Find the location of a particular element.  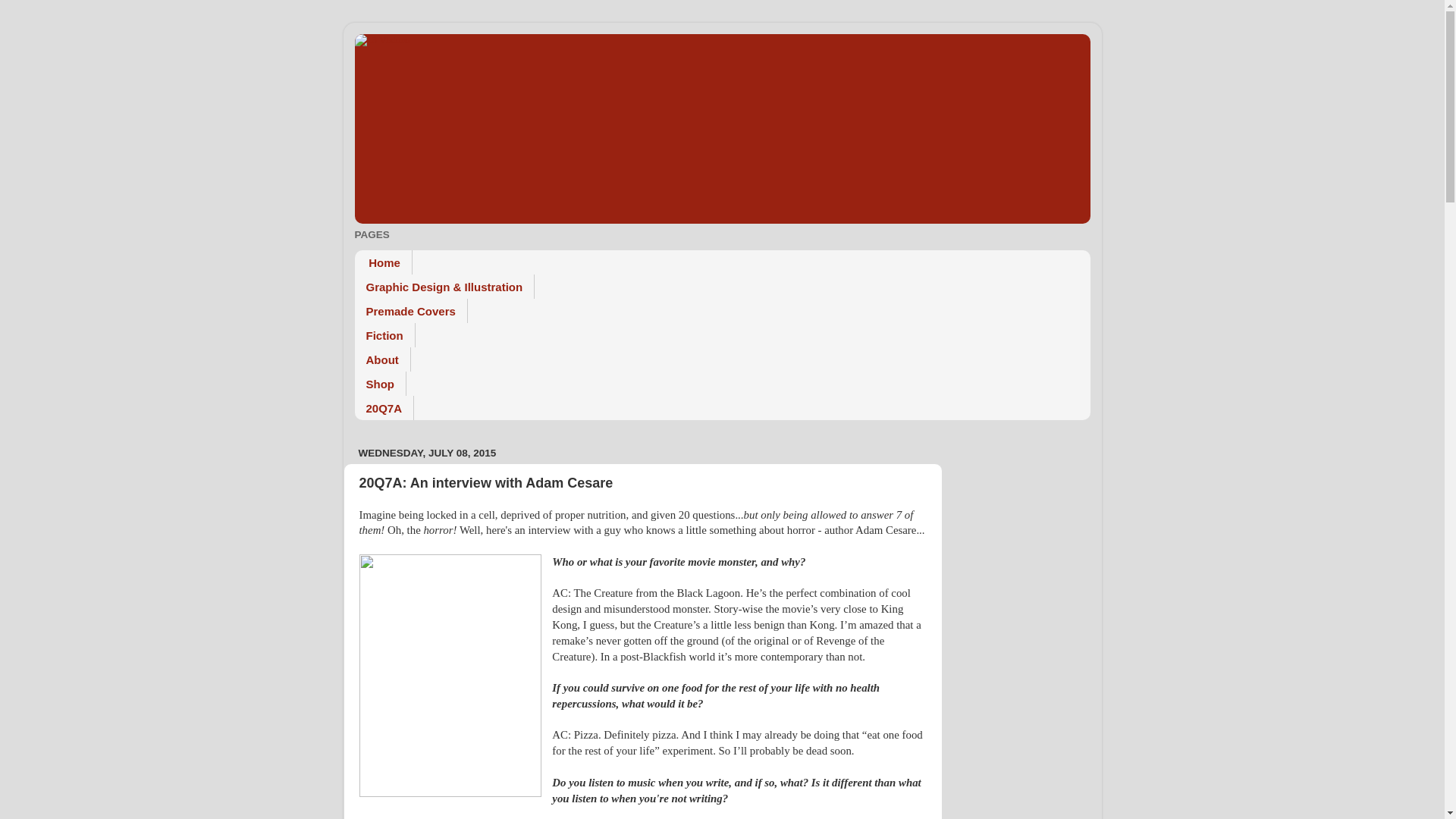

'Home' is located at coordinates (383, 262).